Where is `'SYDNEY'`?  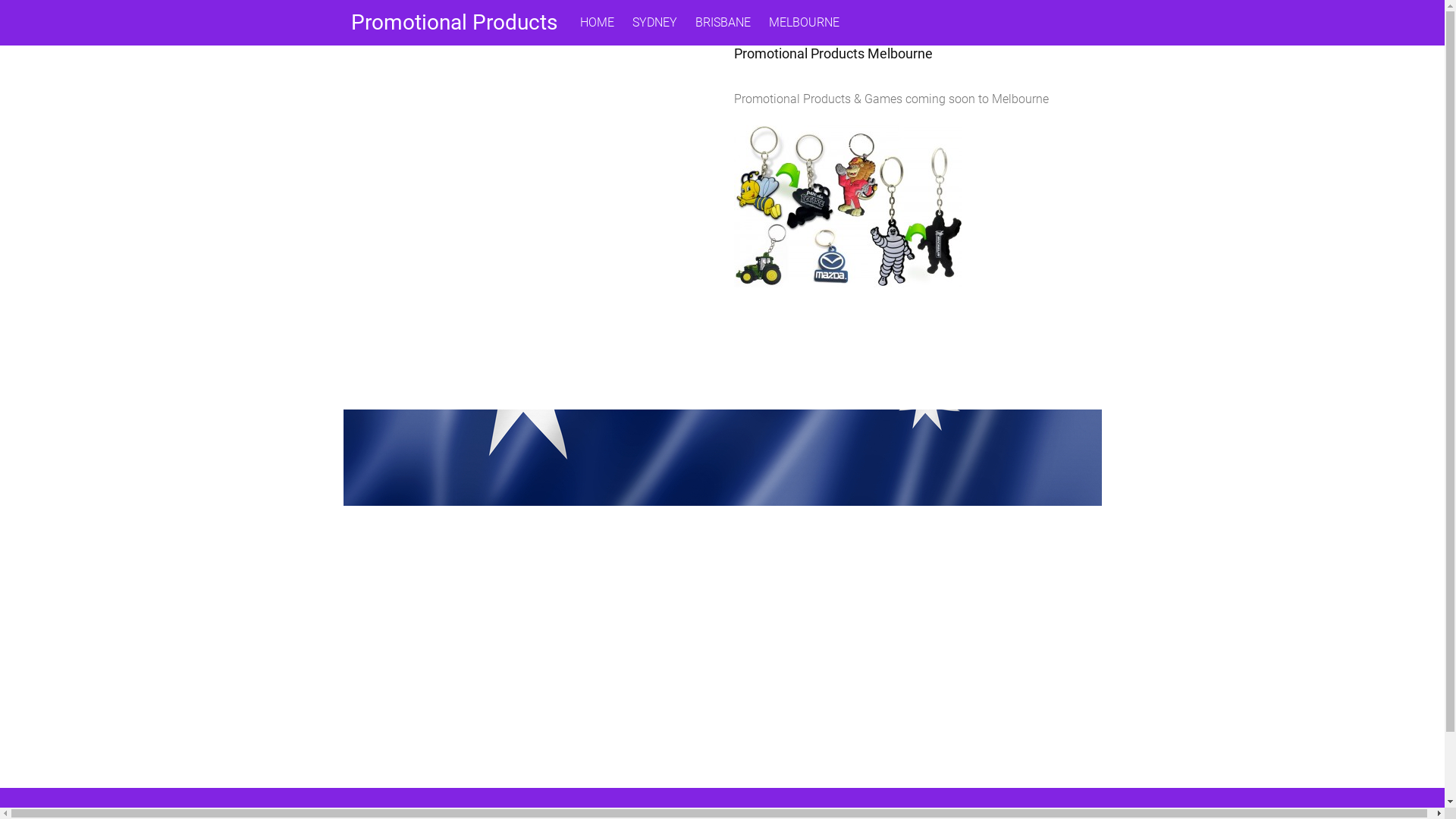
'SYDNEY' is located at coordinates (654, 23).